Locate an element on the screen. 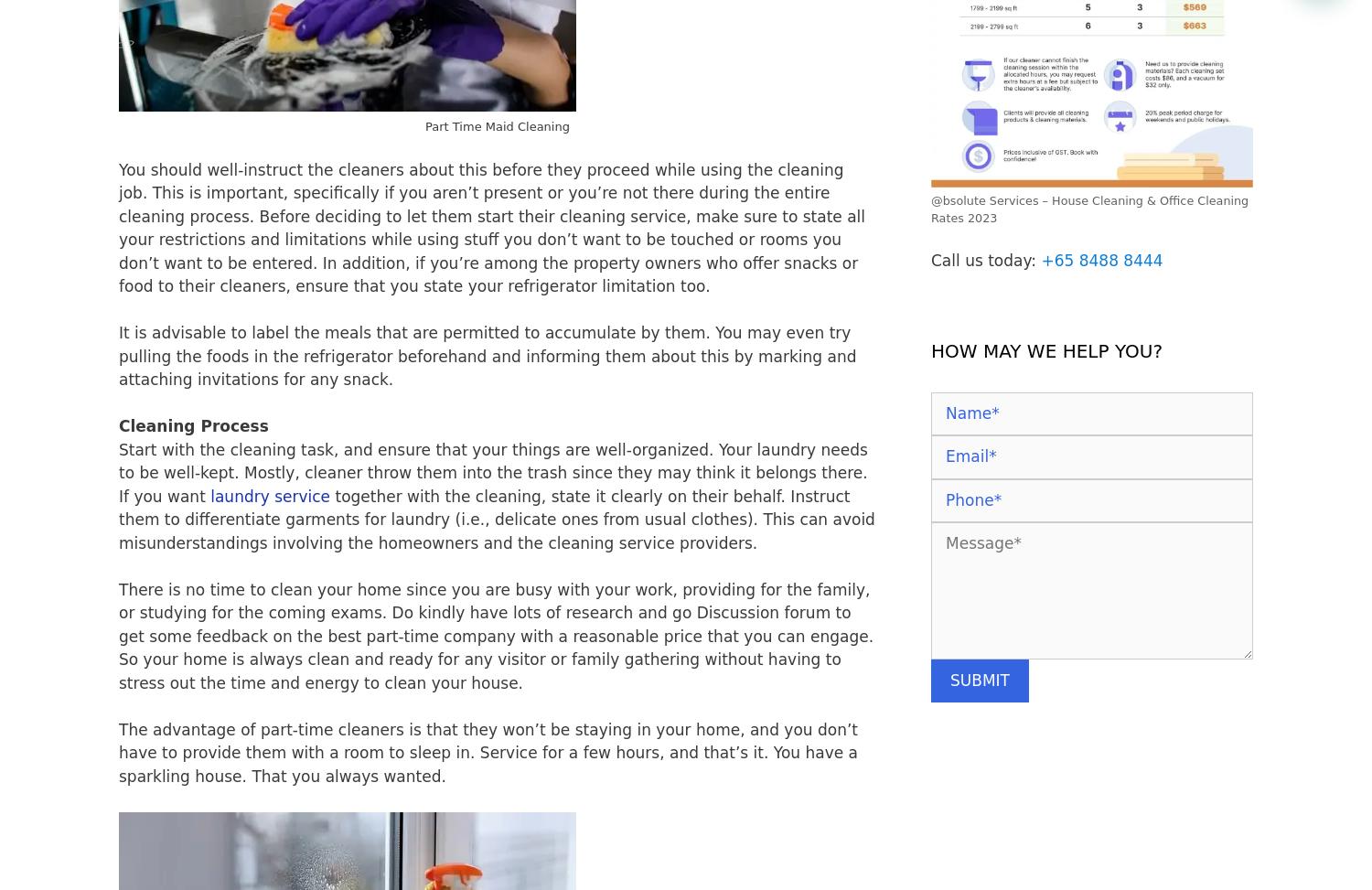  'Part Time Maid Cleaning' is located at coordinates (497, 124).